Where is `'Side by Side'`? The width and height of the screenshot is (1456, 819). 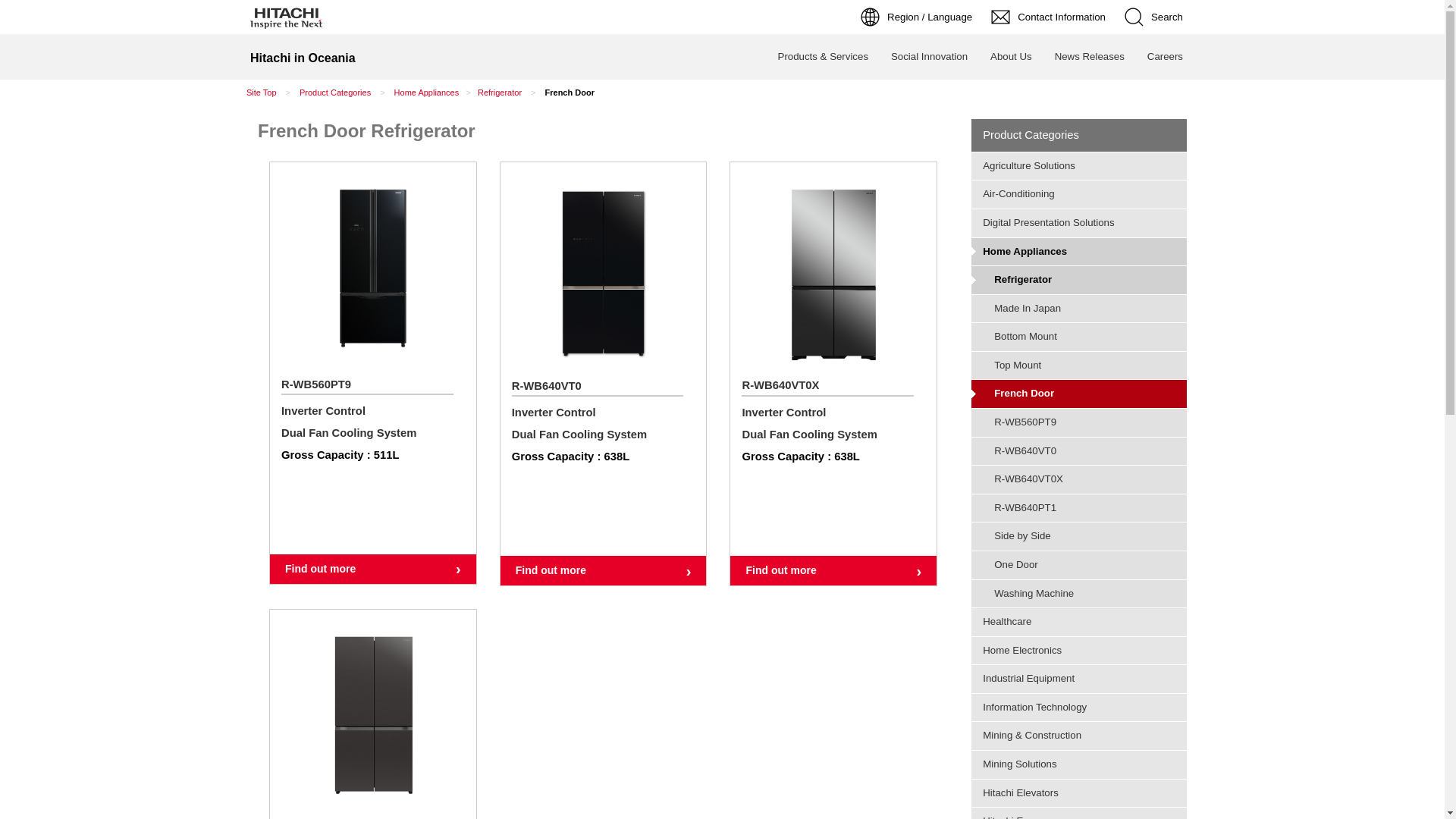
'Side by Side' is located at coordinates (1078, 535).